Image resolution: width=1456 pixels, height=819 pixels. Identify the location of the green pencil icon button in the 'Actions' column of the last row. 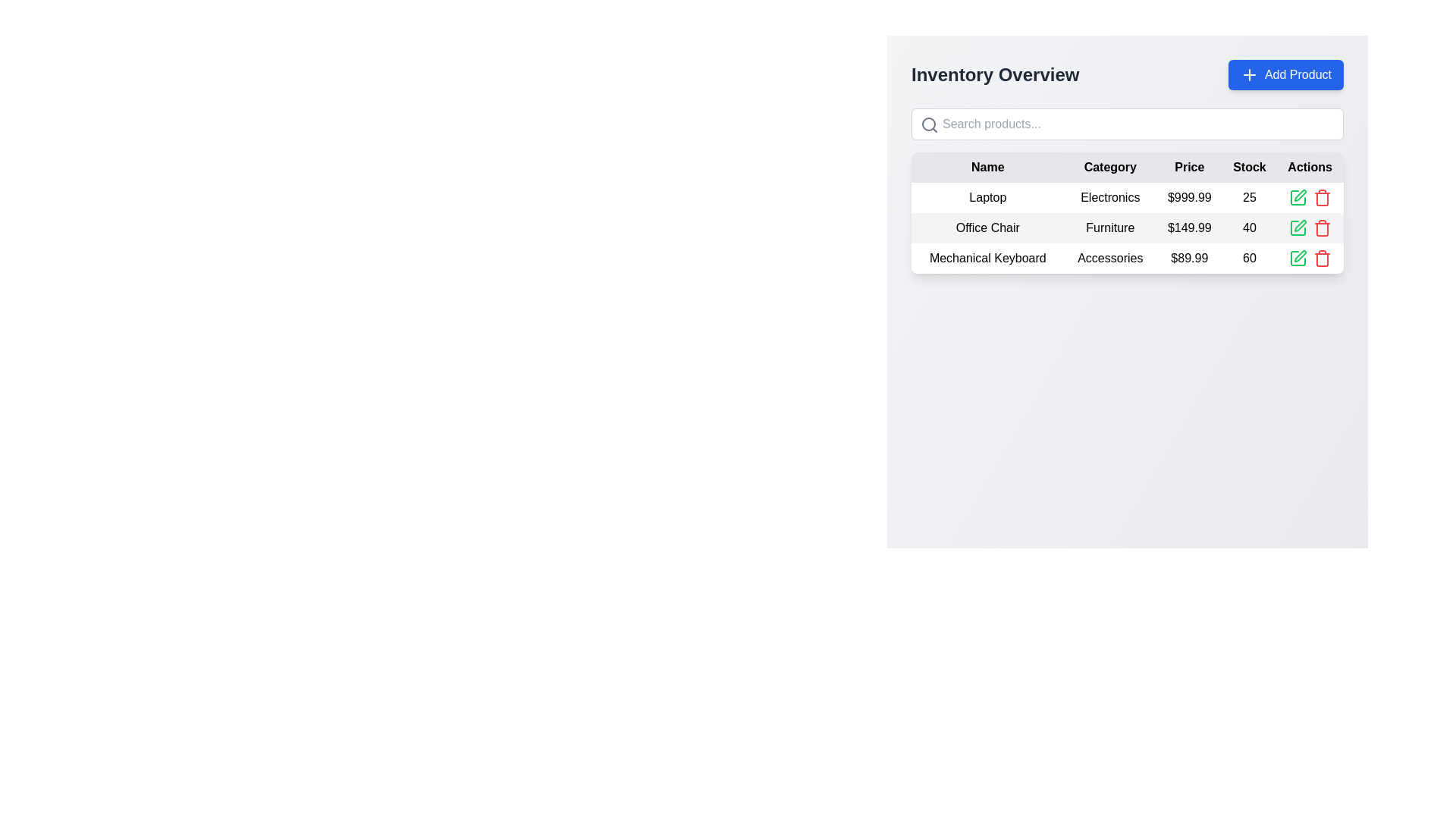
(1297, 257).